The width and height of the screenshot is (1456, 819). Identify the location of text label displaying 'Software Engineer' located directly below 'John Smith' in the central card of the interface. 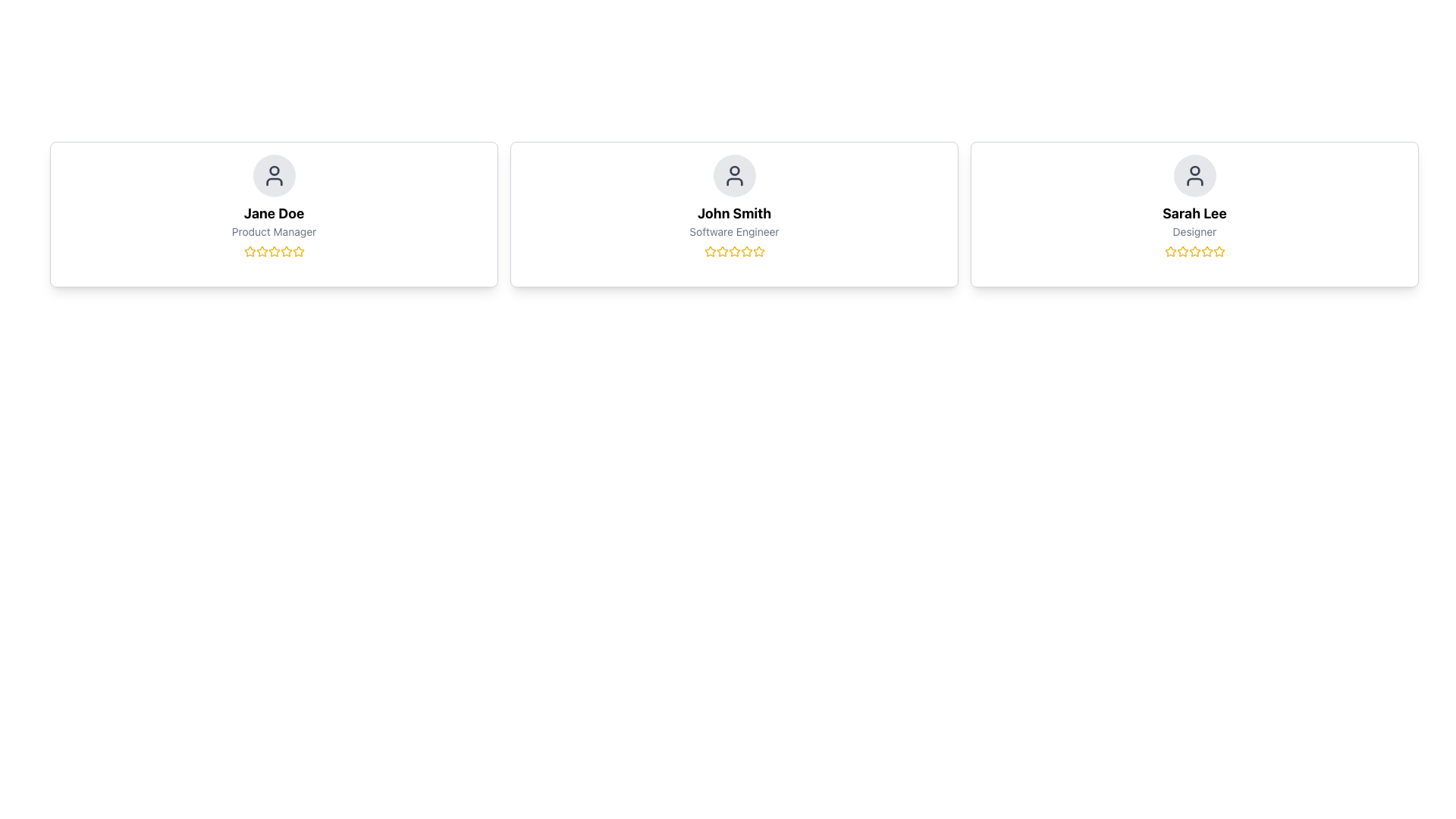
(734, 231).